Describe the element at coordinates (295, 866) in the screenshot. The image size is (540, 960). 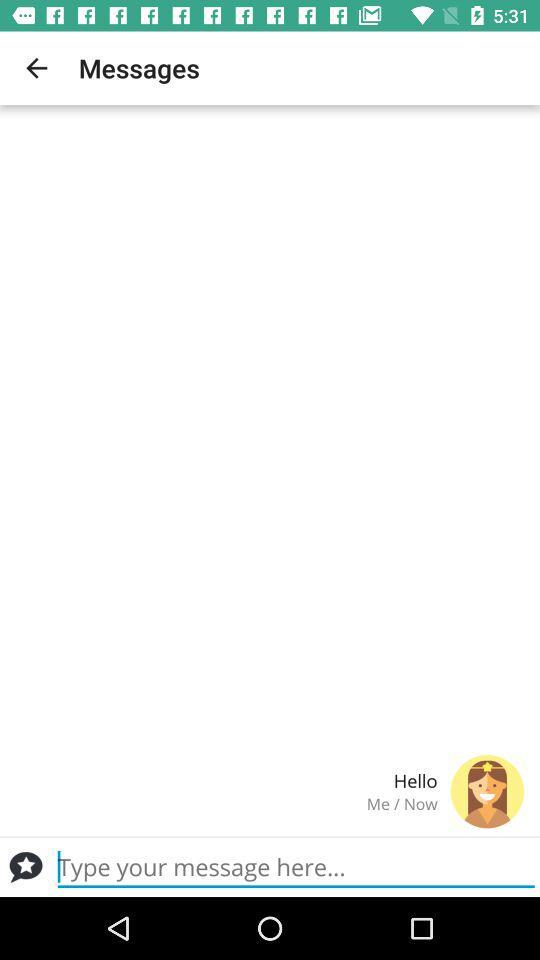
I see `messaging preview box` at that location.